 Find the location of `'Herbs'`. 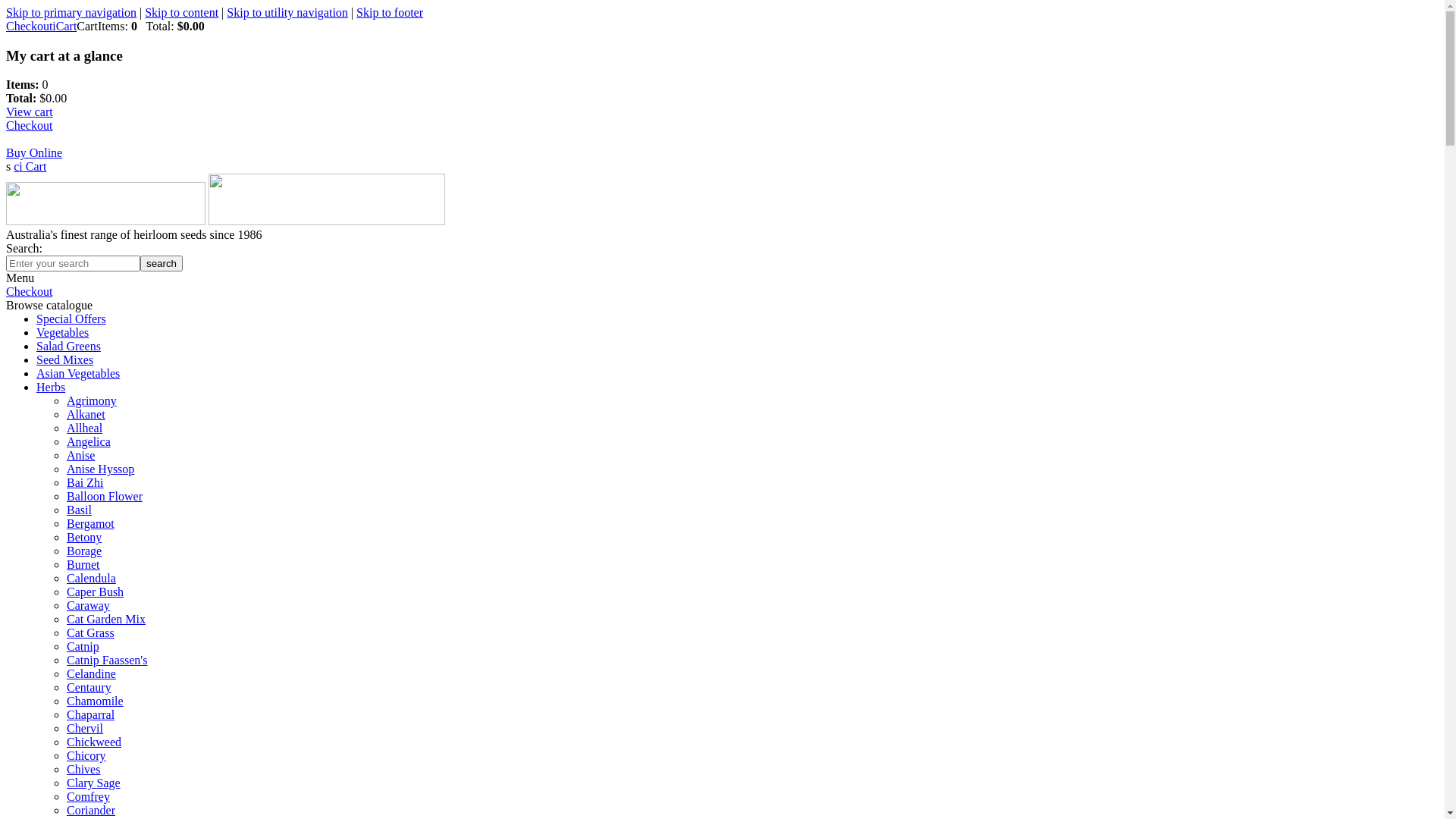

'Herbs' is located at coordinates (51, 386).